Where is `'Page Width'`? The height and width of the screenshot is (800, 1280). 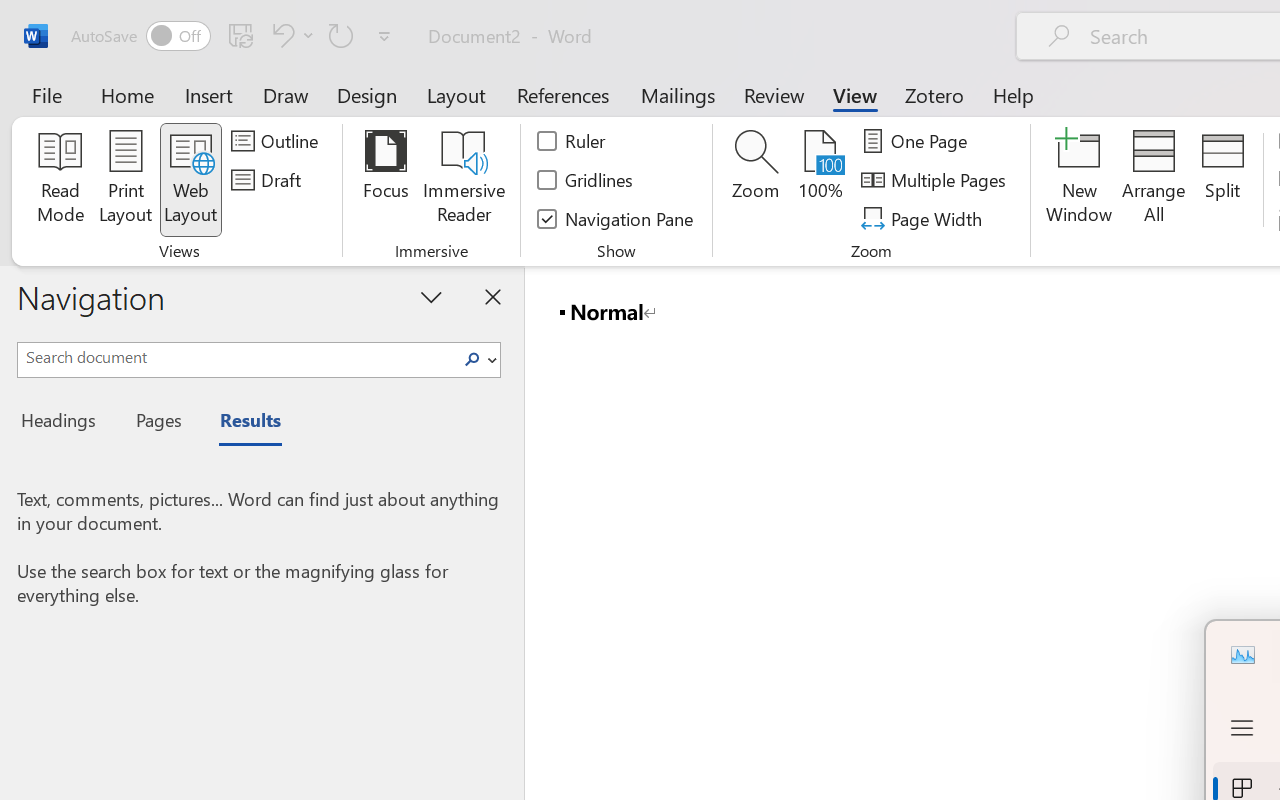 'Page Width' is located at coordinates (923, 218).